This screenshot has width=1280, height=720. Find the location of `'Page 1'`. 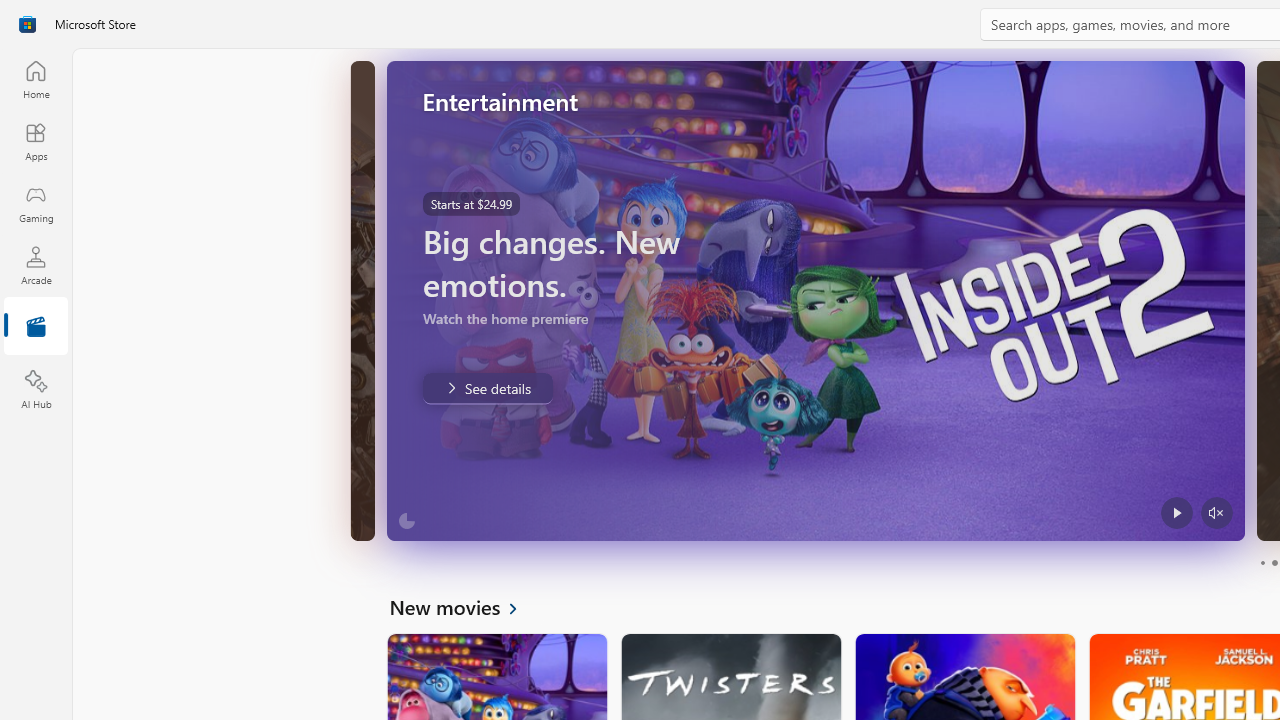

'Page 1' is located at coordinates (1261, 563).